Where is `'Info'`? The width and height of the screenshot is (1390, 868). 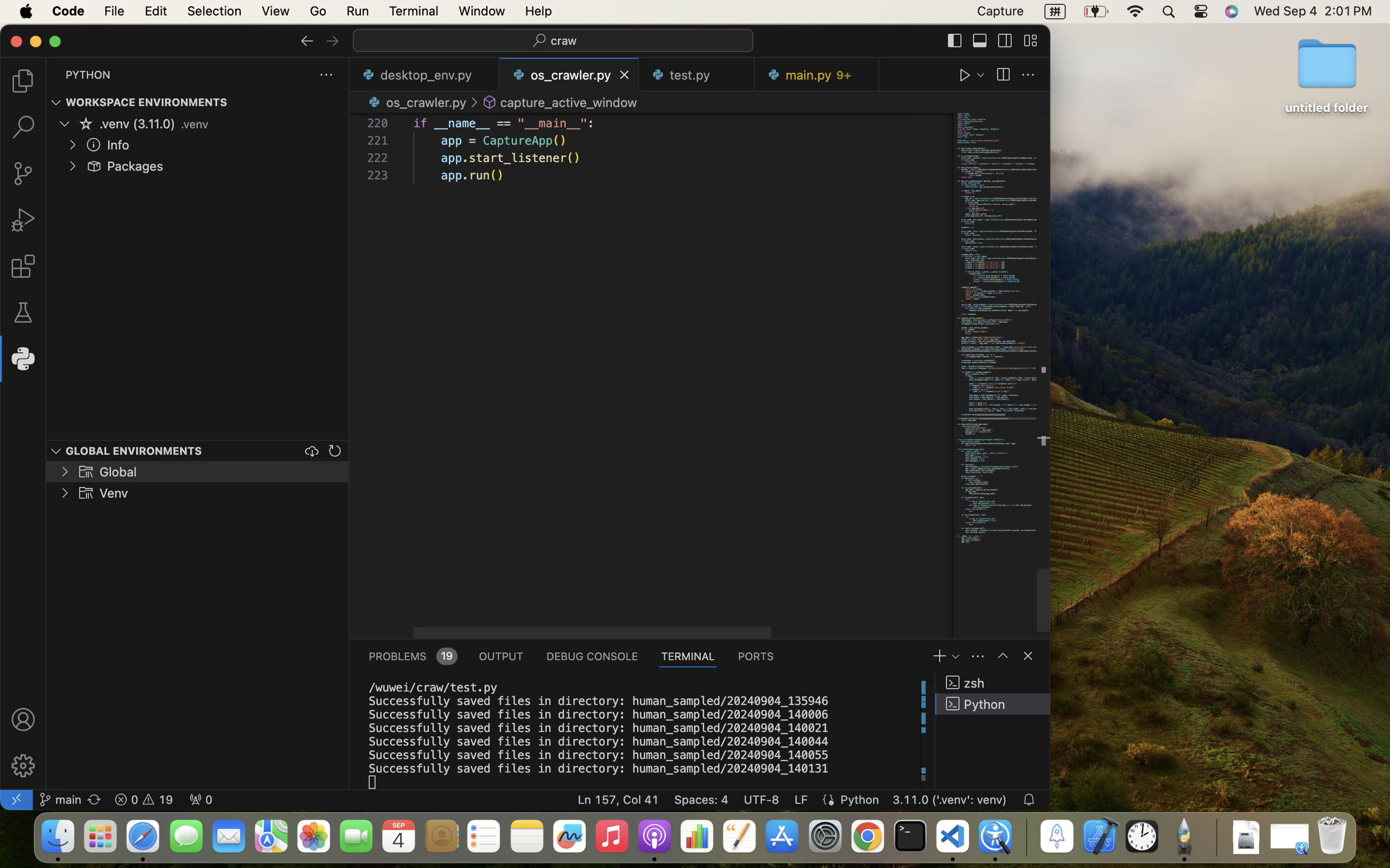 'Info' is located at coordinates (118, 144).